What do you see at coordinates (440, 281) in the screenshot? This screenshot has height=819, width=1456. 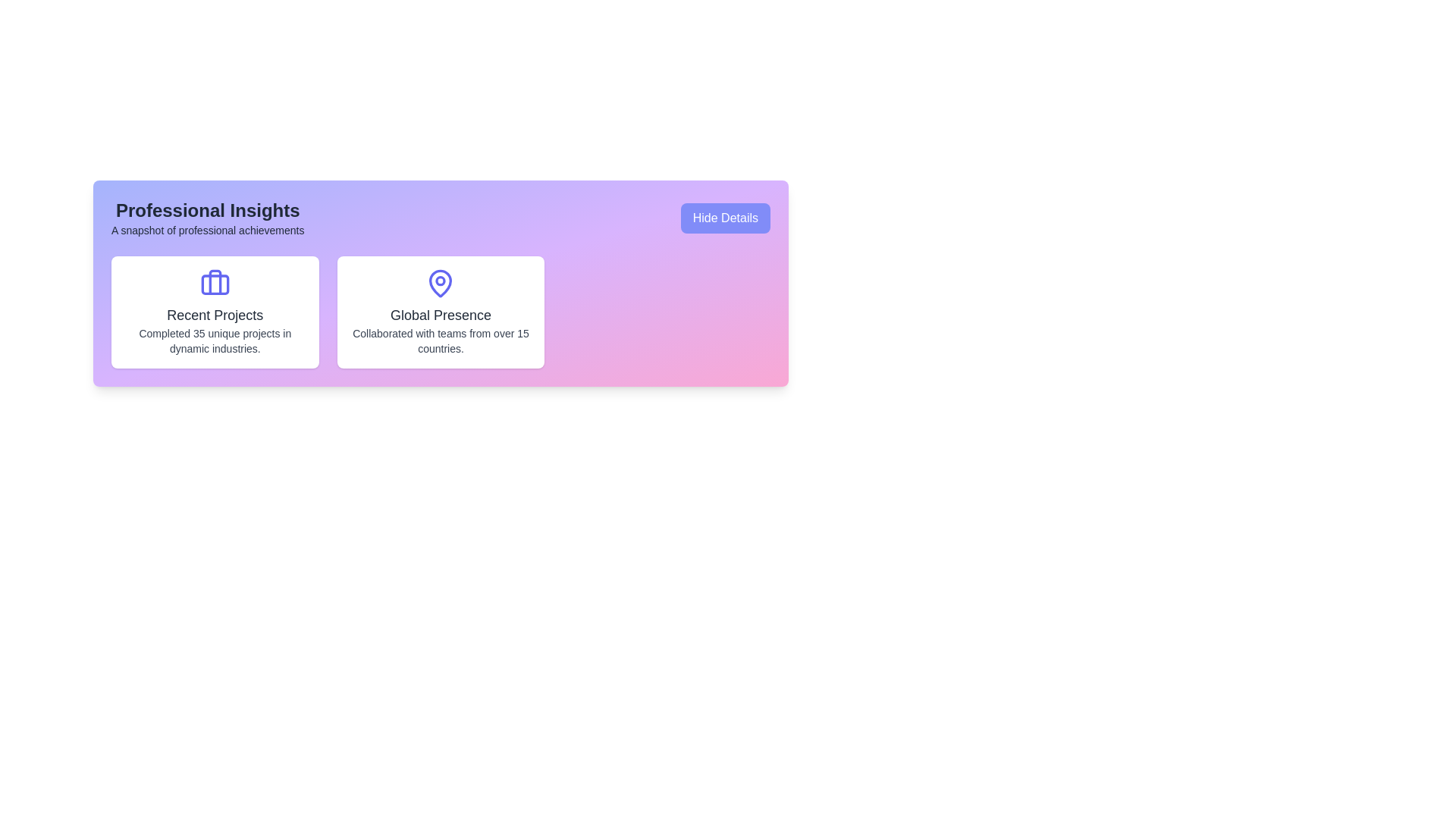 I see `the decorative graphic component (circle) of the map pin icon located in the middle section of the 'Global Presence' card, which is positioned on the right side of the layout below the 'Professional Insights' subtitle` at bounding box center [440, 281].